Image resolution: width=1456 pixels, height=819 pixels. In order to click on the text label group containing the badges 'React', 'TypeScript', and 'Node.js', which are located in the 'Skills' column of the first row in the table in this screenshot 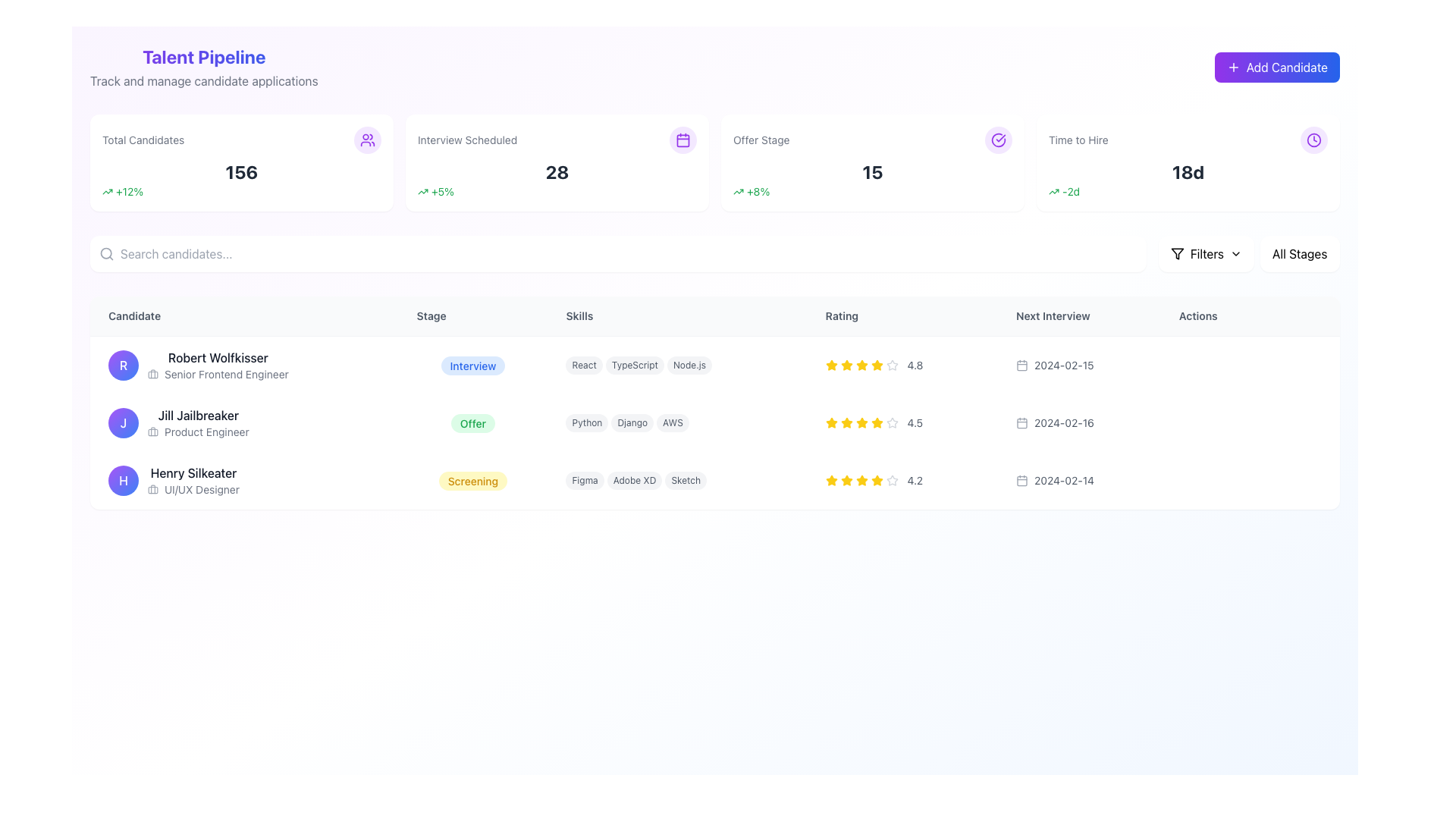, I will do `click(676, 365)`.